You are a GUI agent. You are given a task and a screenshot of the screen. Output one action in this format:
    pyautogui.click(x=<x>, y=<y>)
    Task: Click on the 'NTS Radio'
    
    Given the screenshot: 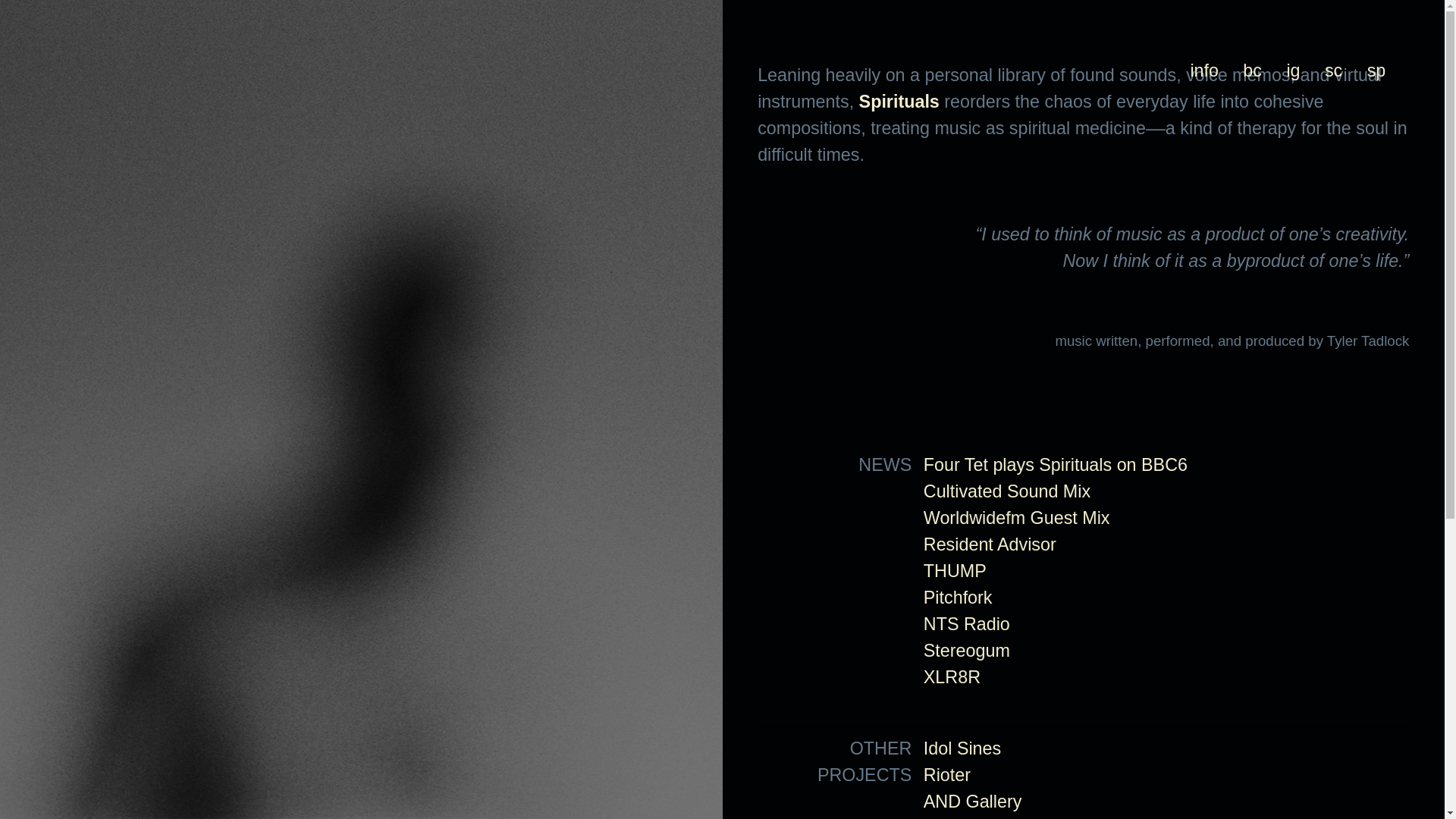 What is the action you would take?
    pyautogui.click(x=966, y=625)
    